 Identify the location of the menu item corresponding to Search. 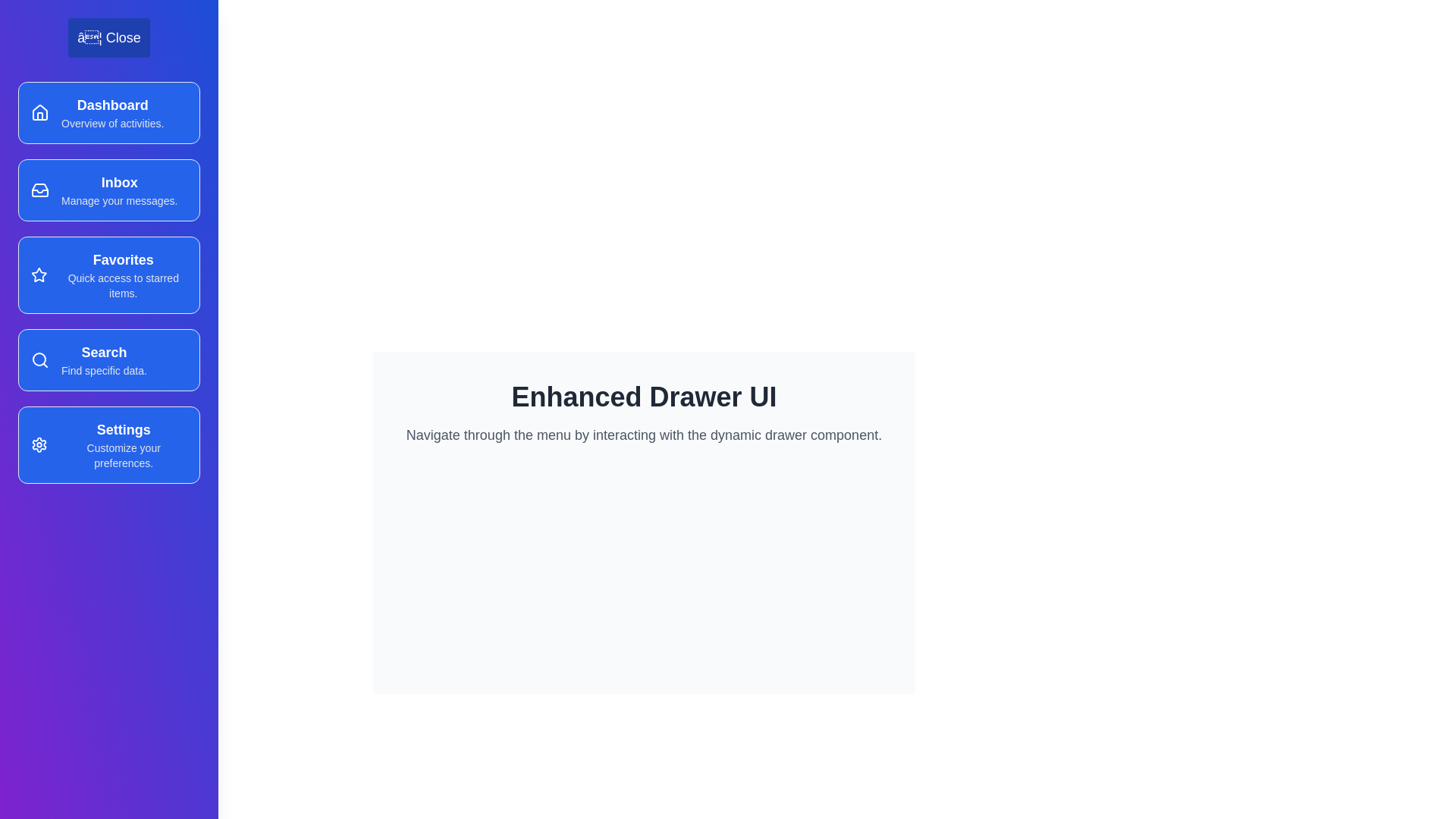
(108, 359).